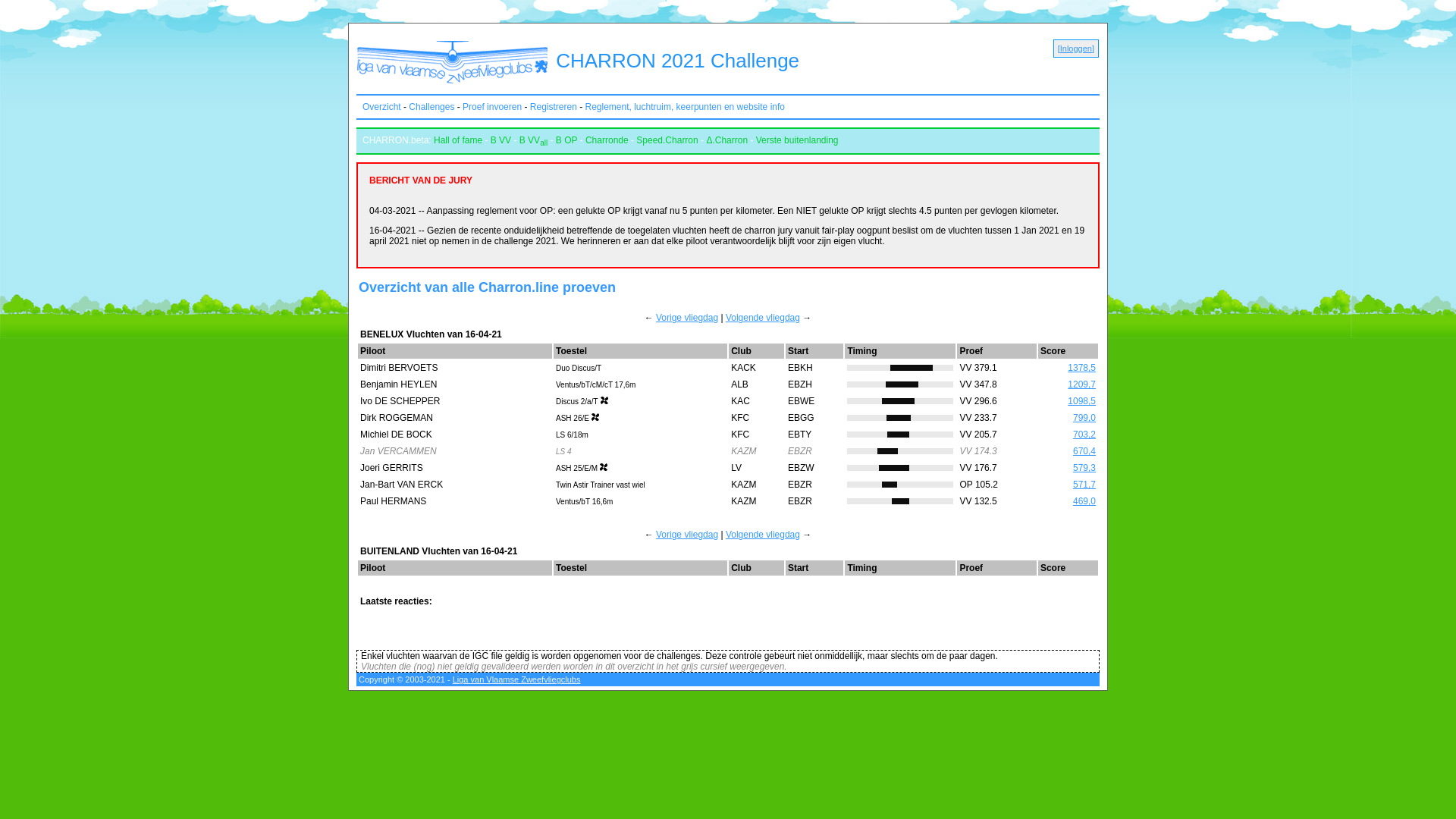  What do you see at coordinates (686, 317) in the screenshot?
I see `'Vorige vliegdag'` at bounding box center [686, 317].